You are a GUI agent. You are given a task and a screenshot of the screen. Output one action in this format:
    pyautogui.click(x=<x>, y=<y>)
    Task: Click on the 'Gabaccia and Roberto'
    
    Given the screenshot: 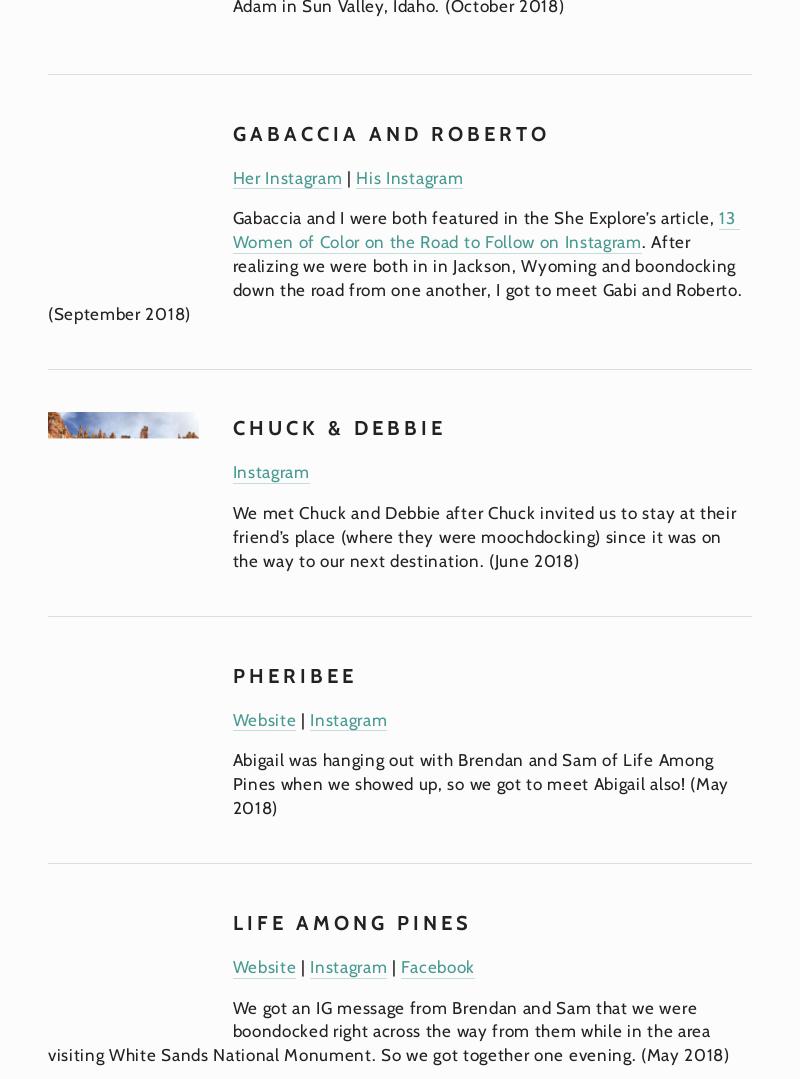 What is the action you would take?
    pyautogui.click(x=231, y=132)
    